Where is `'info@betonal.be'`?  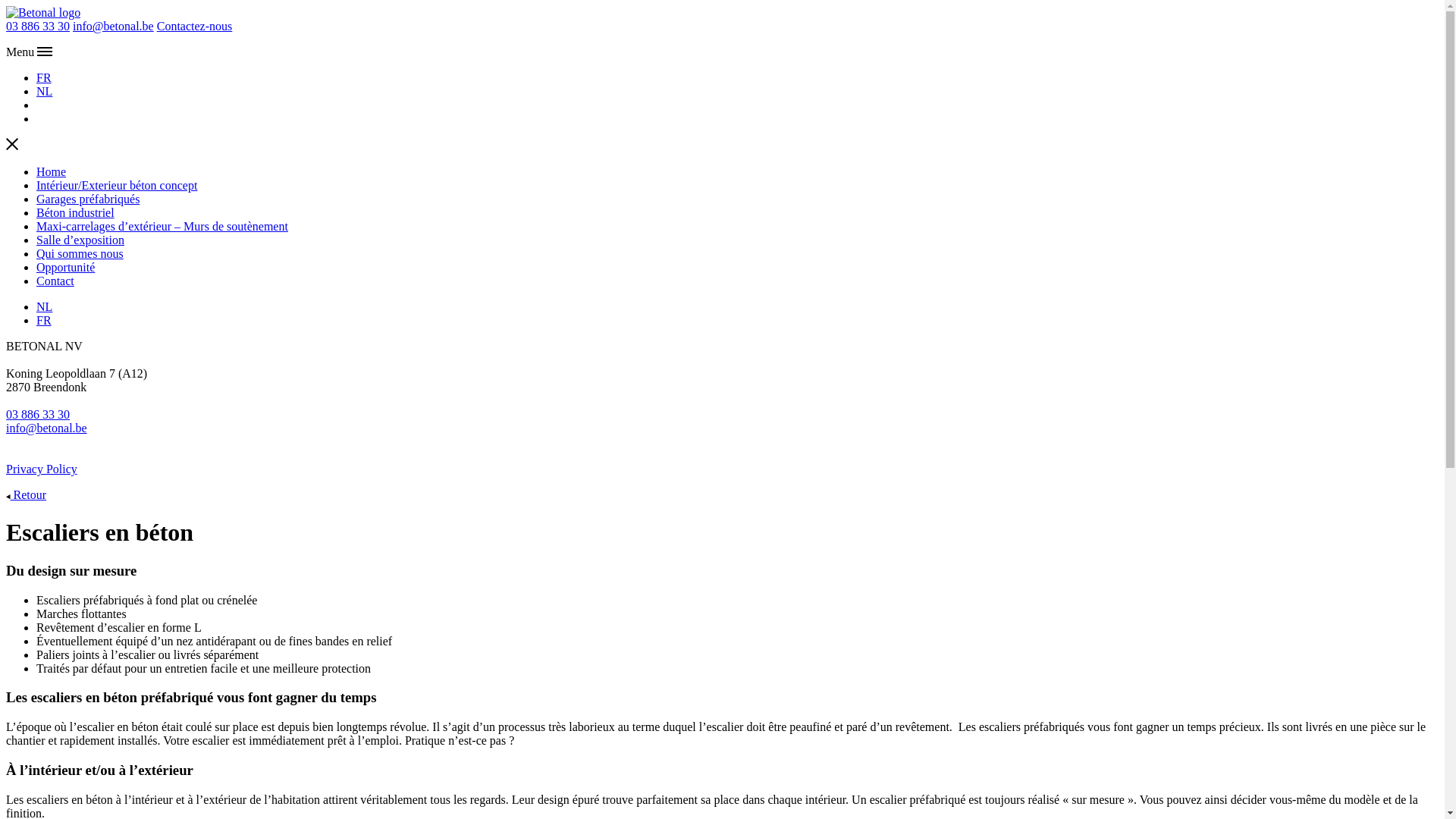 'info@betonal.be' is located at coordinates (112, 26).